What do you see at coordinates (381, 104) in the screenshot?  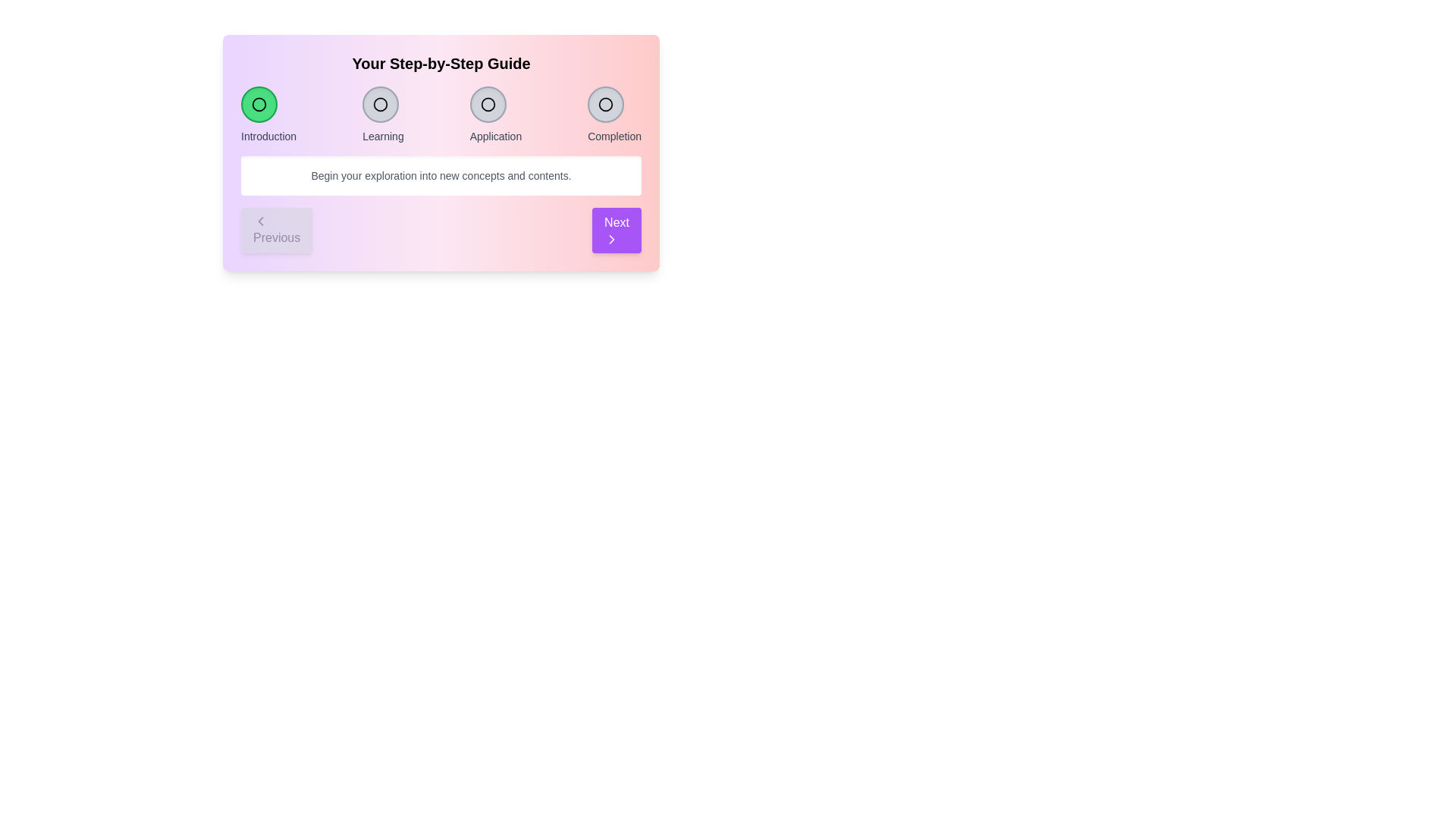 I see `the circular icon with a hollow center, which is the second icon in the sequence within the header section of the card, positioned between the green 'Introduction' icon and the 'Application' icon` at bounding box center [381, 104].